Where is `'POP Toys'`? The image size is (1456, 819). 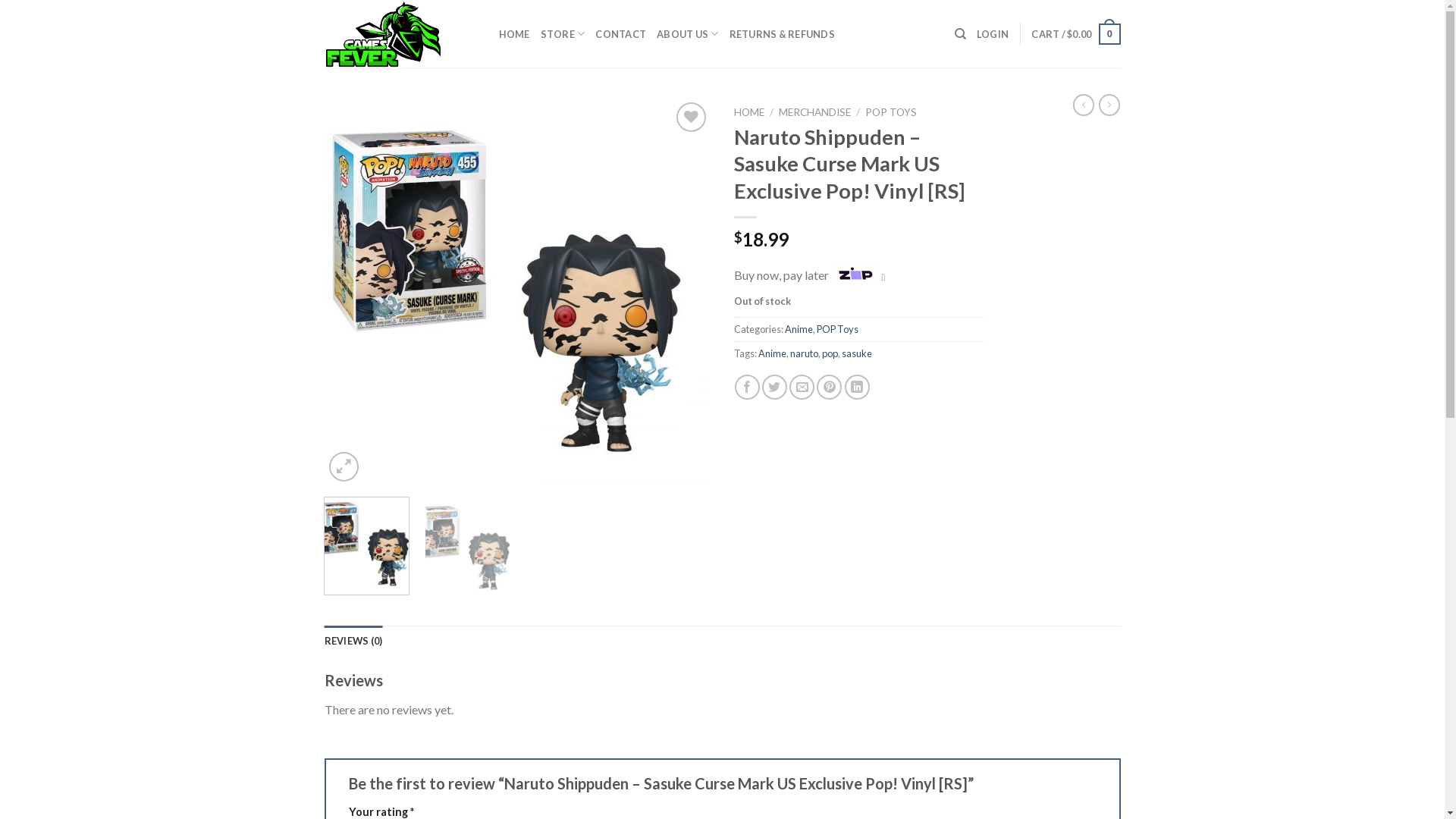
'POP Toys' is located at coordinates (836, 328).